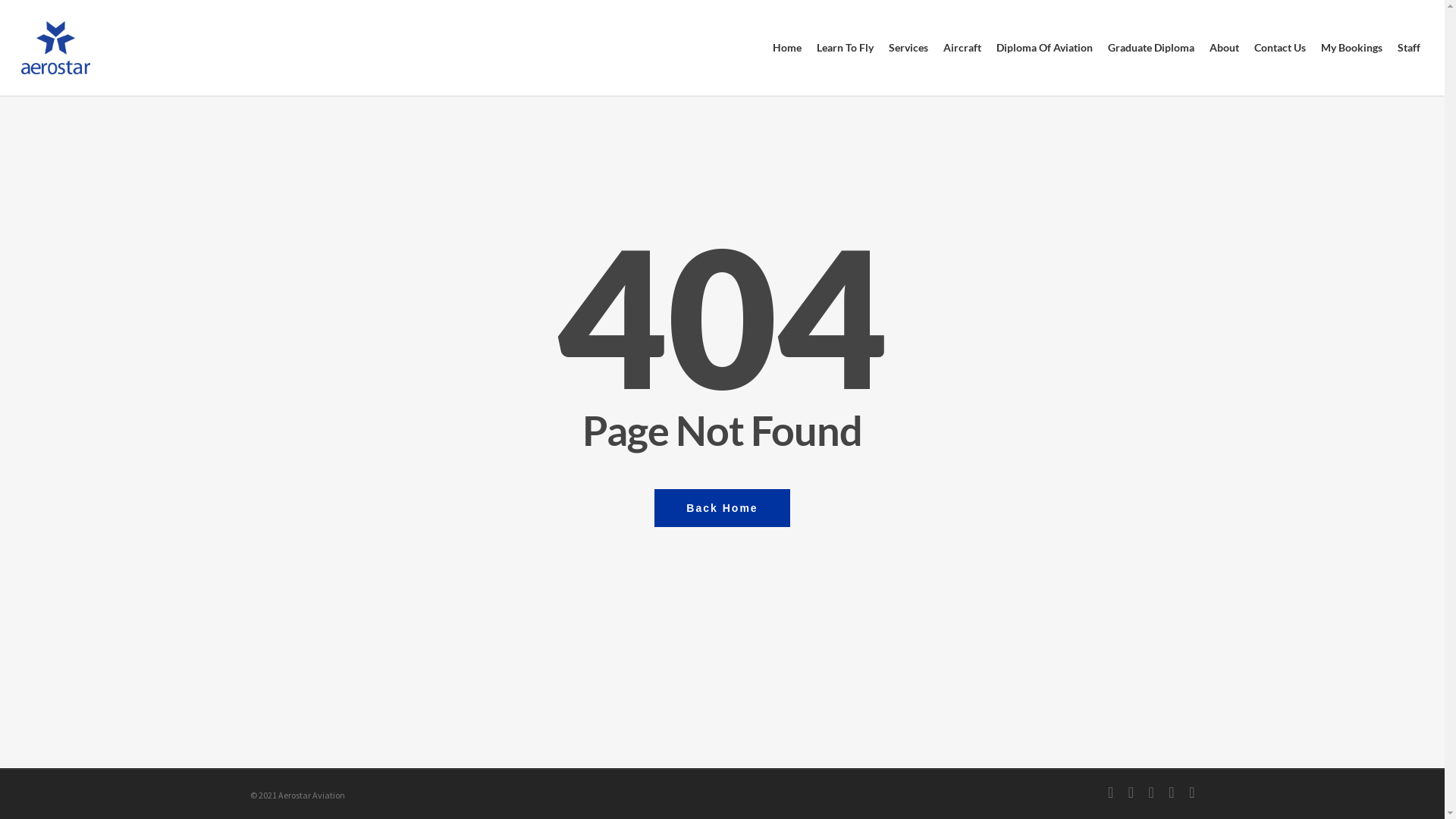  I want to click on 'My Bookings', so click(1351, 46).